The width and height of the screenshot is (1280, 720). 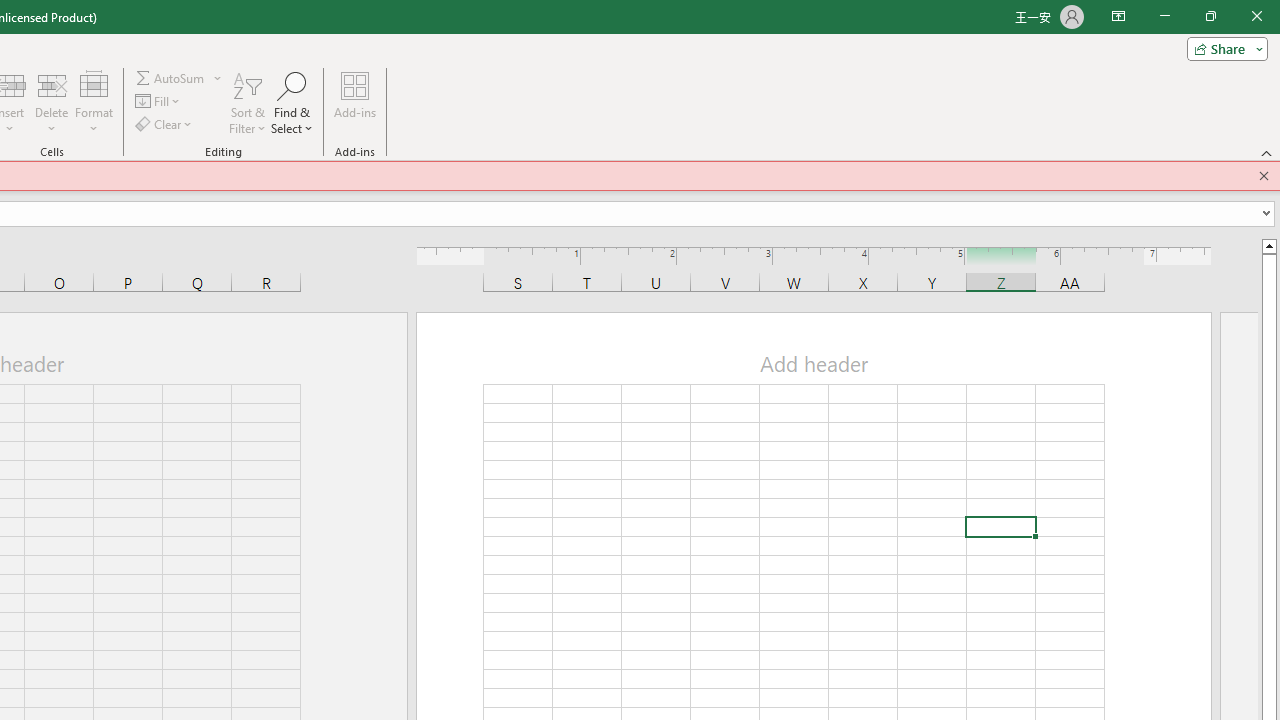 I want to click on 'Sort & Filter', so click(x=246, y=103).